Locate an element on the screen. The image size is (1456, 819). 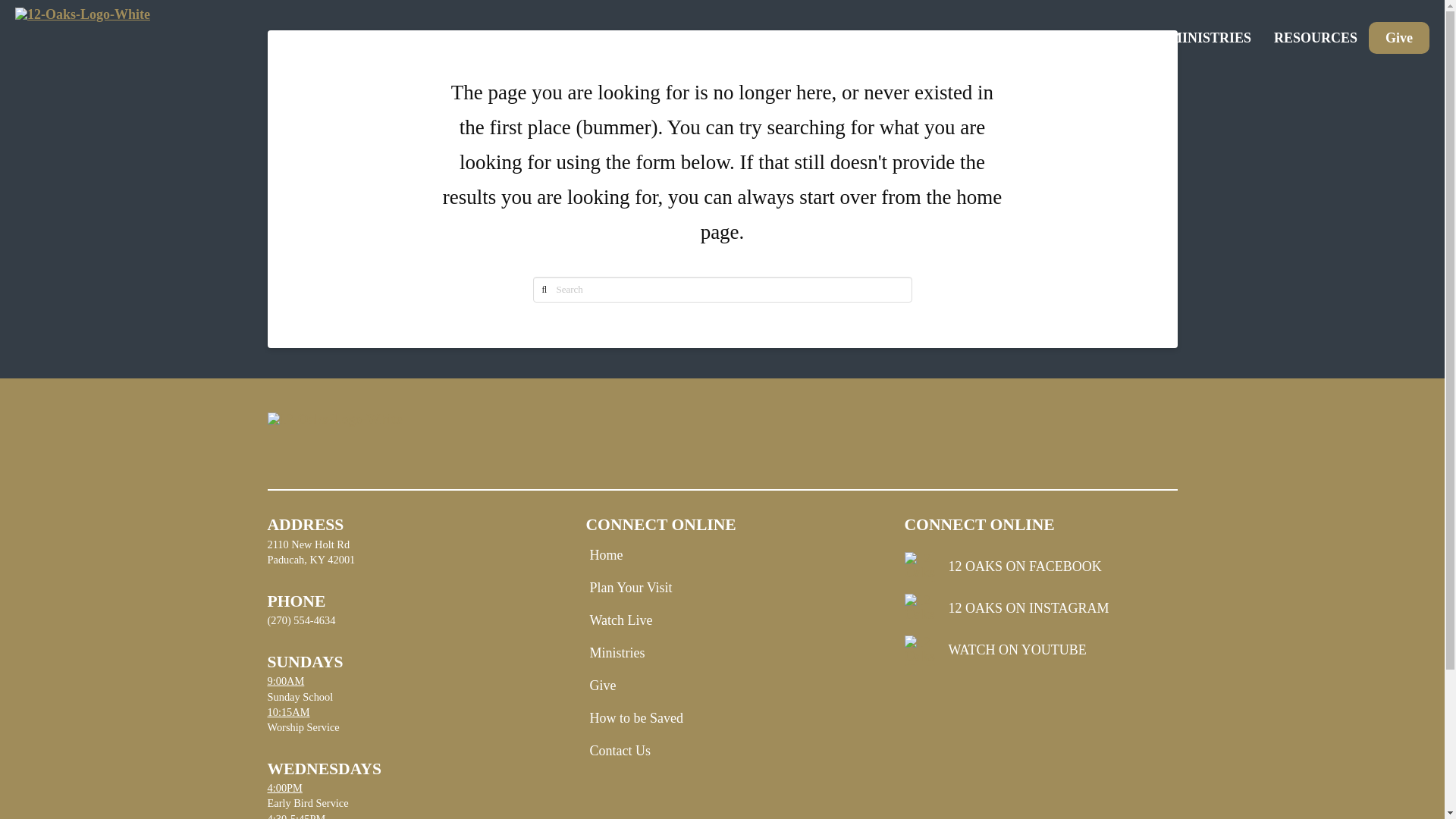
'RESOURCES' is located at coordinates (1314, 37).